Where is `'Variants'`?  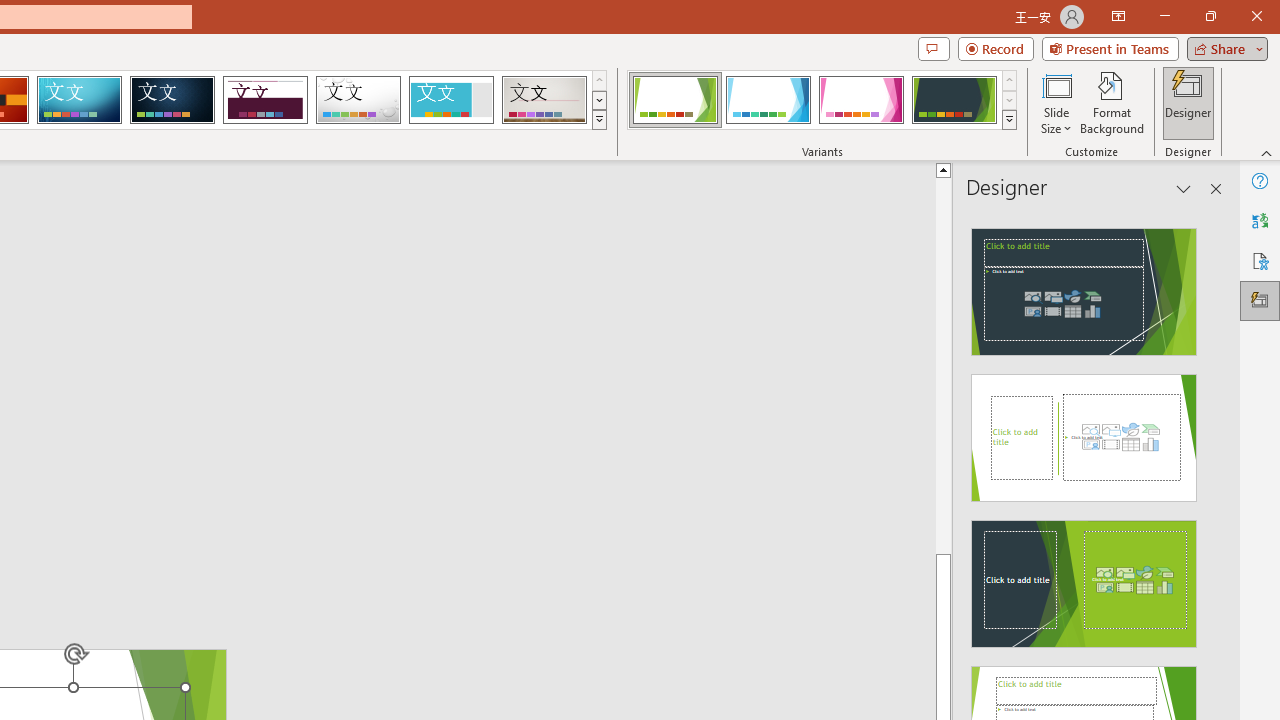 'Variants' is located at coordinates (1009, 120).